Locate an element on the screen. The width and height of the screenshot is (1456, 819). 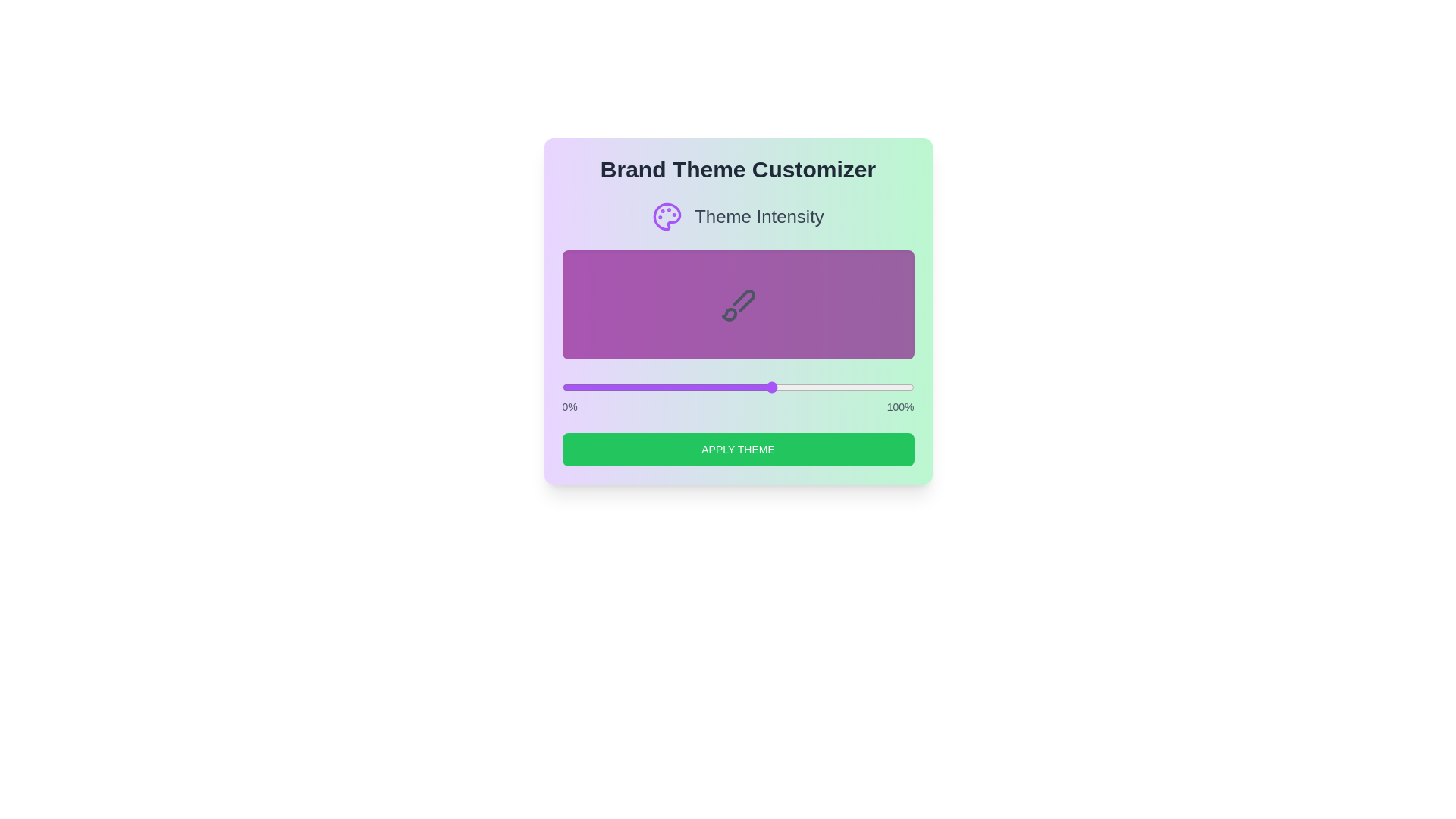
'Apply Theme' button to apply the selected theme is located at coordinates (738, 449).